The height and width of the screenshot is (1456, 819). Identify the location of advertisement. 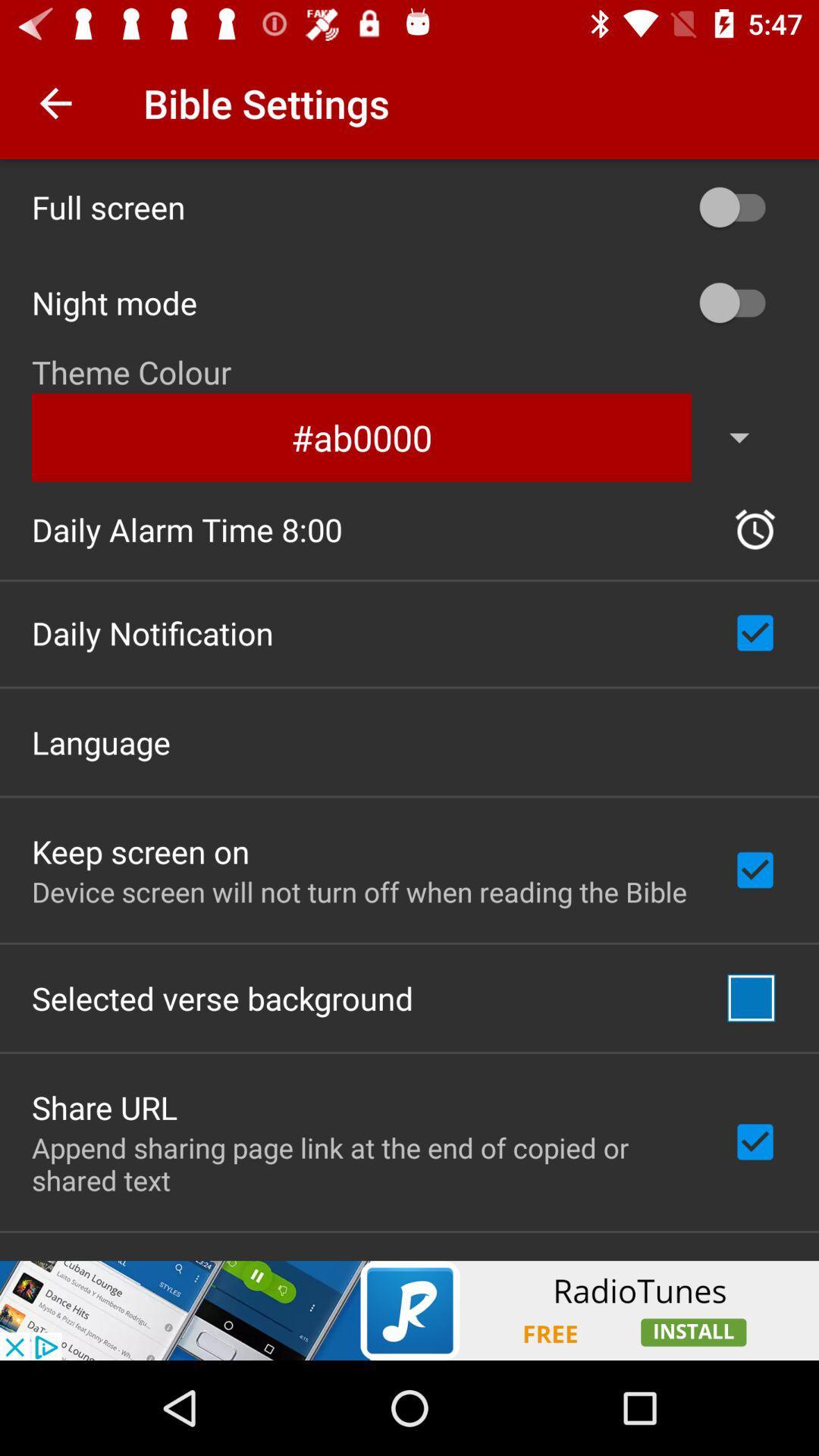
(409, 1310).